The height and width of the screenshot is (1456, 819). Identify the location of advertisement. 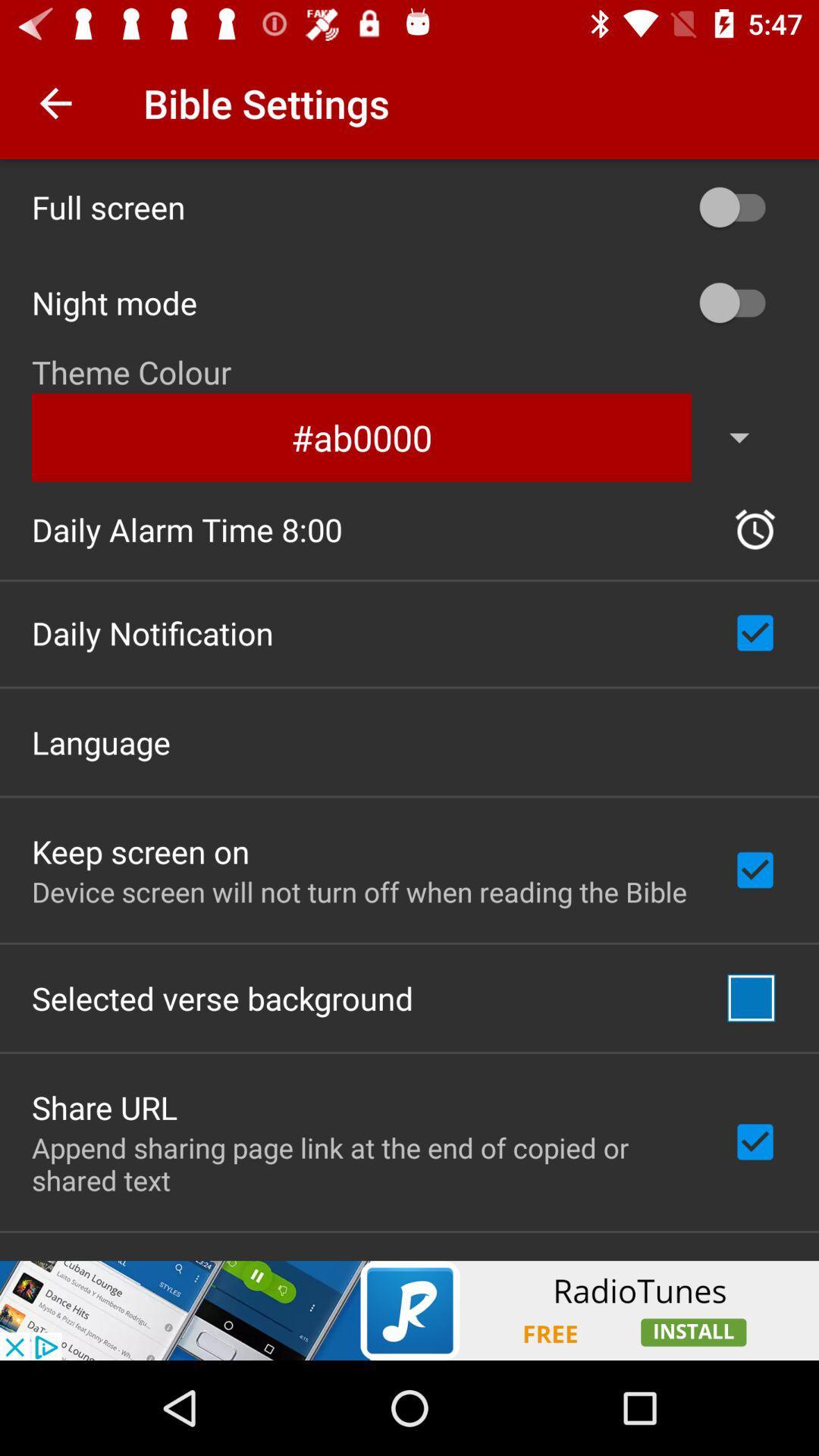
(409, 1310).